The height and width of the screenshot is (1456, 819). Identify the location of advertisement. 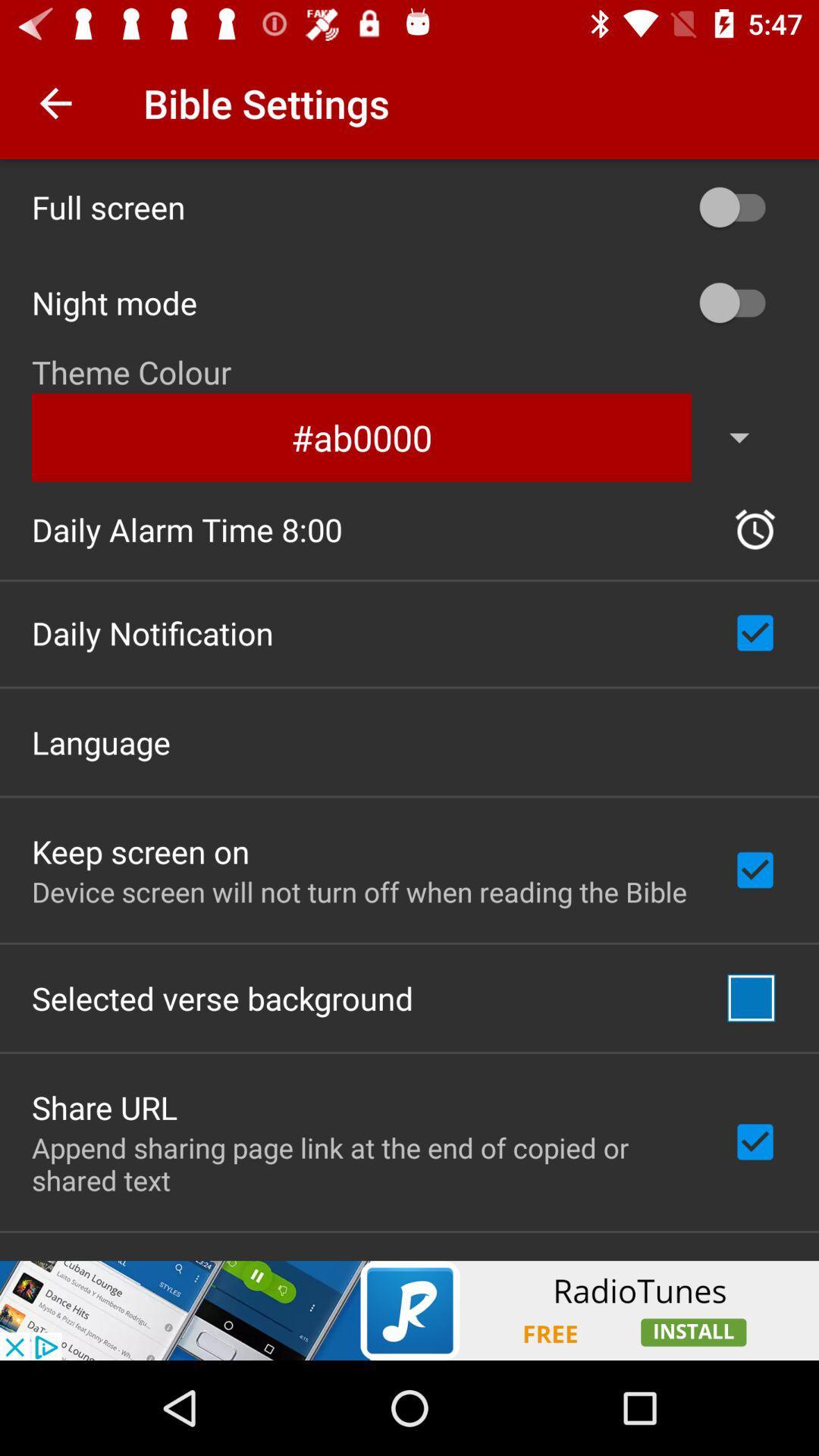
(409, 1310).